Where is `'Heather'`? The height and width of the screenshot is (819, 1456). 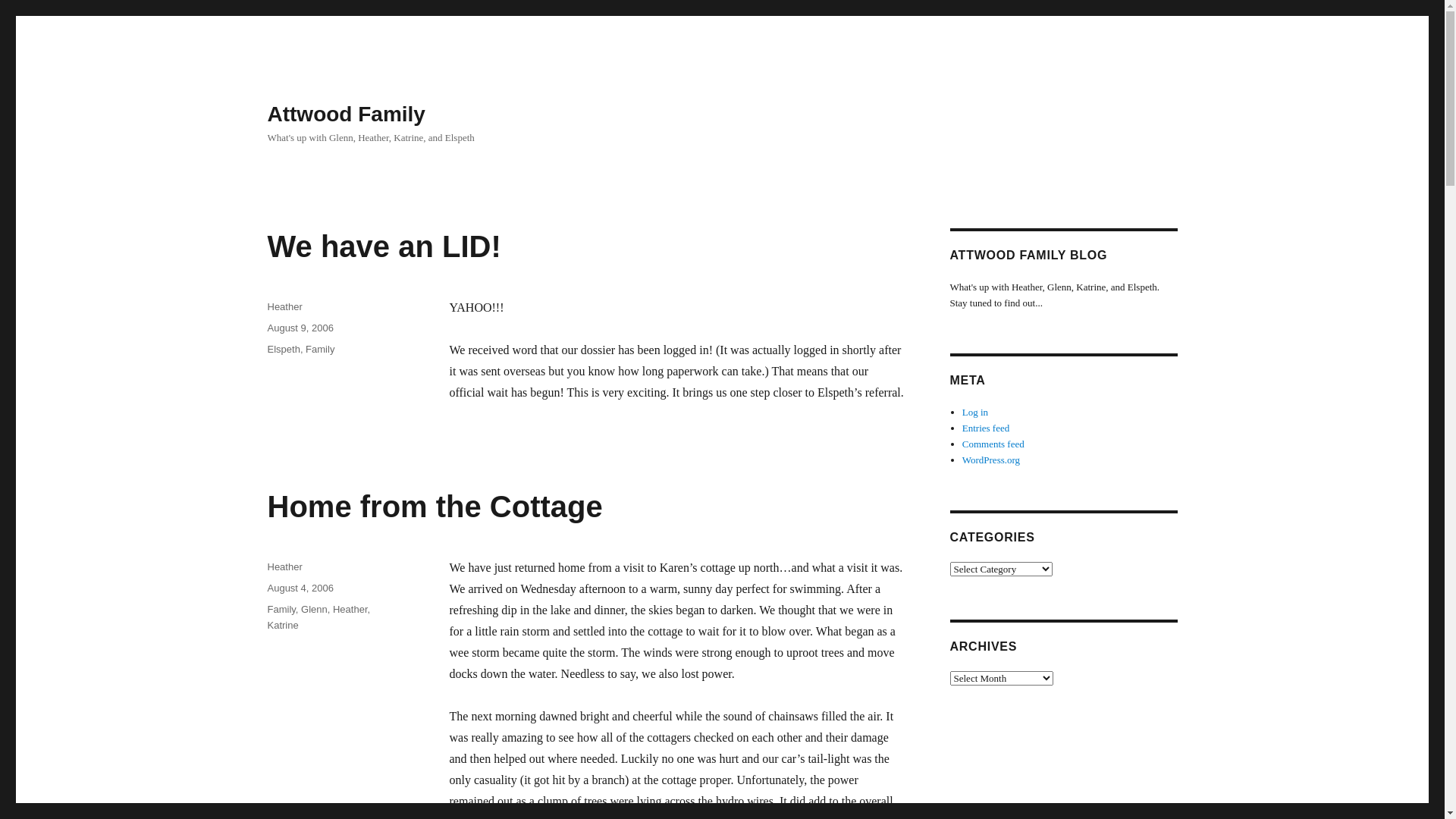
'Heather' is located at coordinates (284, 566).